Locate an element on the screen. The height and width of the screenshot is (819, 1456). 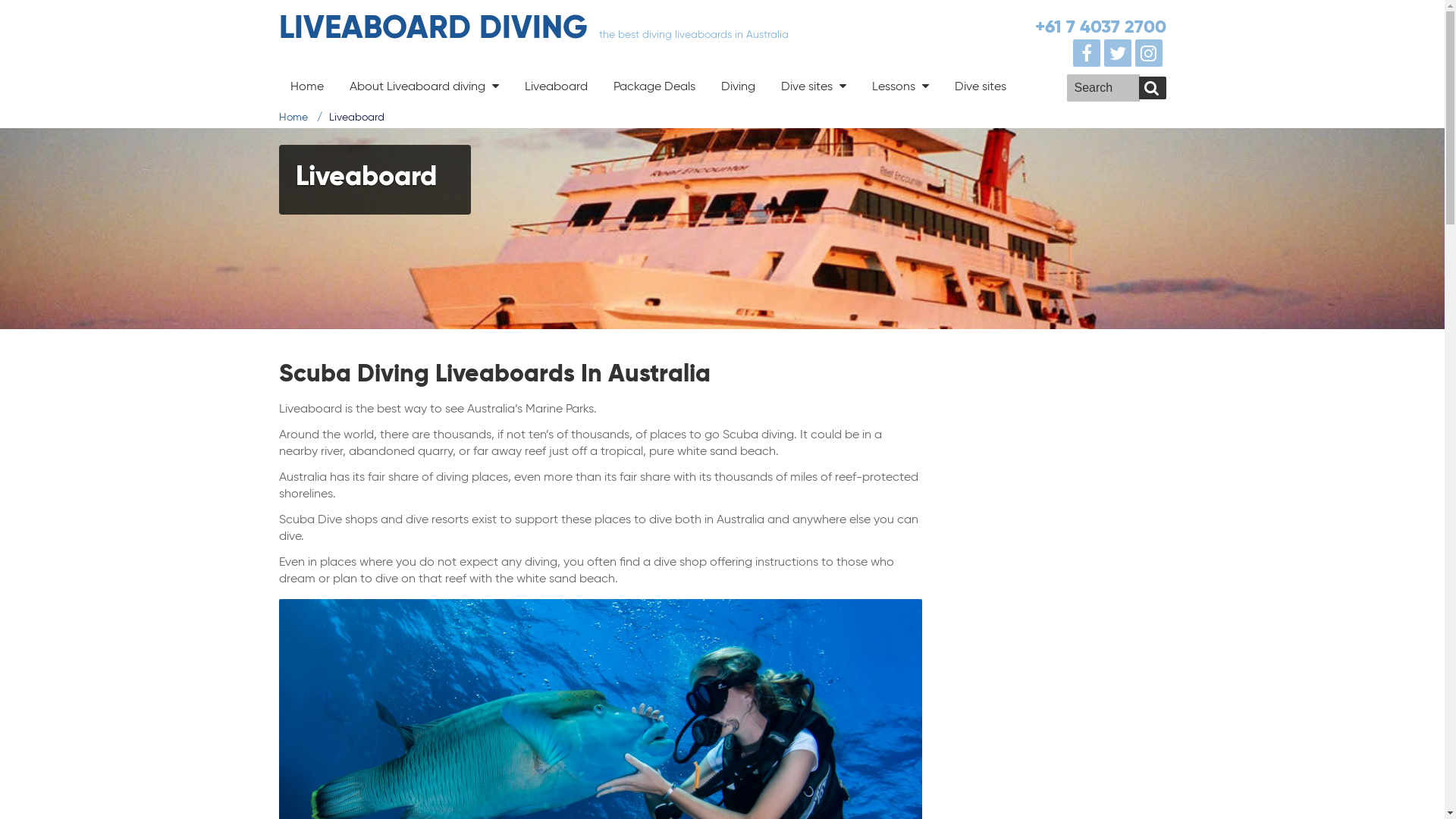
'Diving' is located at coordinates (738, 86).